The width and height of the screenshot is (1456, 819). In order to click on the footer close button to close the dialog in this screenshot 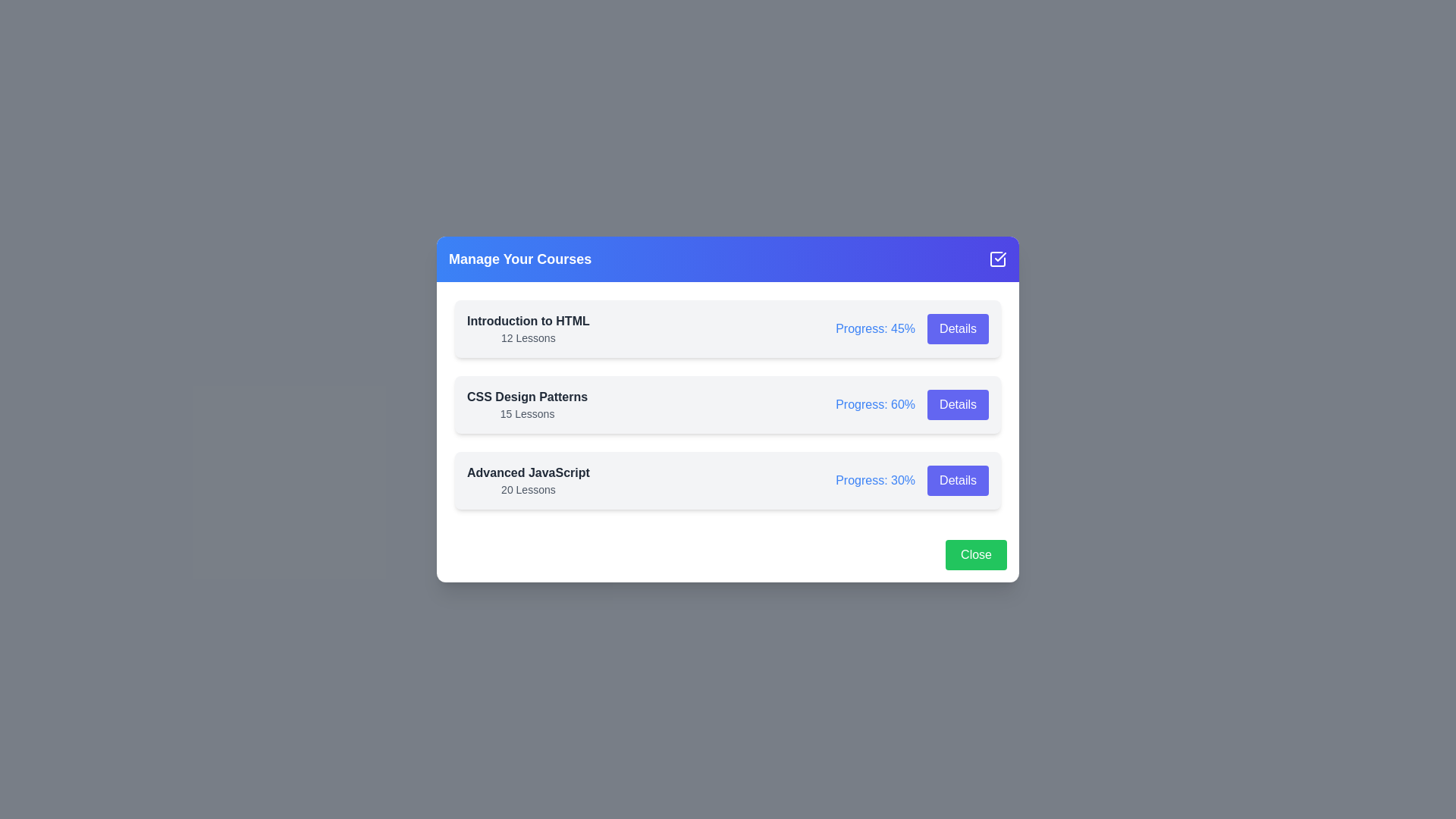, I will do `click(976, 555)`.